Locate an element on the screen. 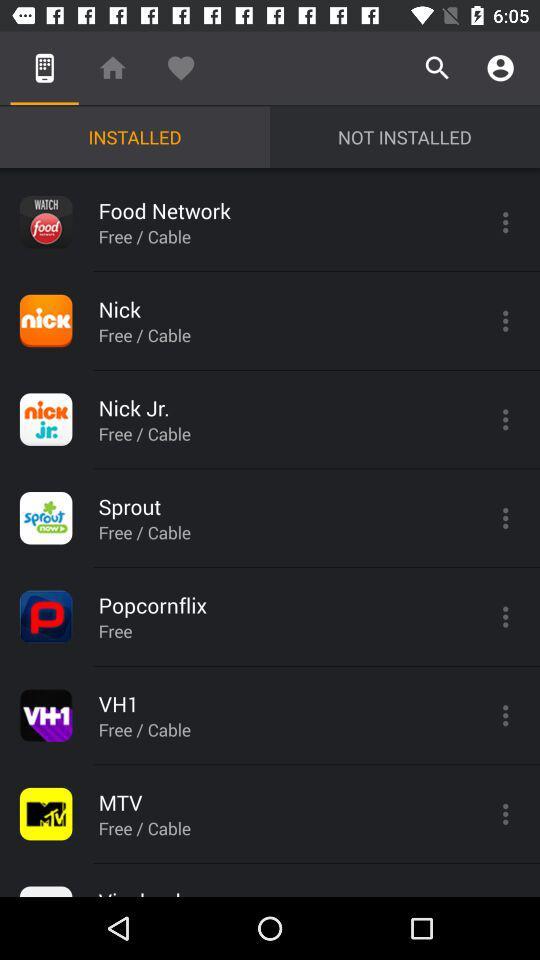 The height and width of the screenshot is (960, 540). icon above the installed icon is located at coordinates (181, 68).